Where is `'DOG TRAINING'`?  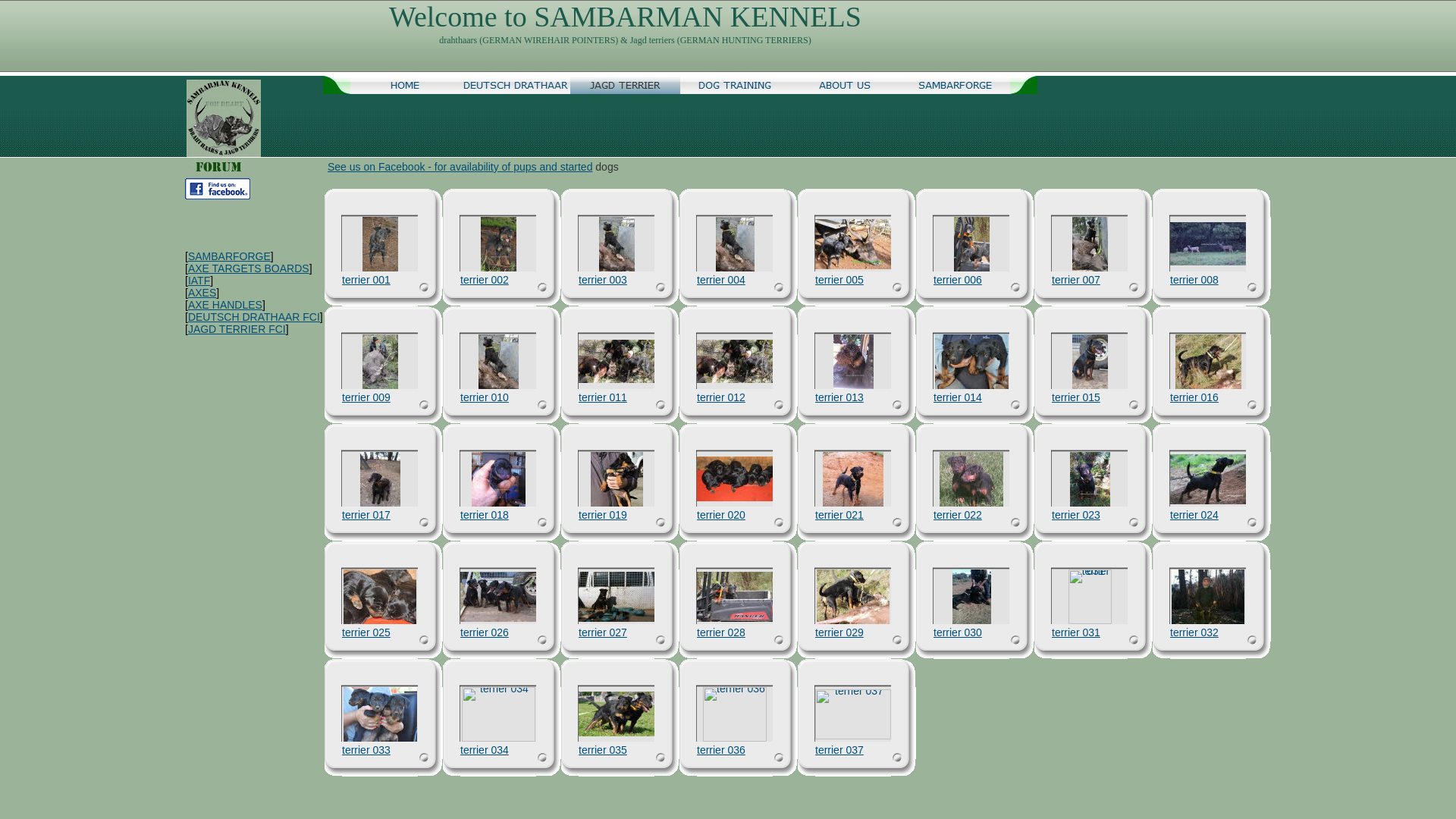
'DOG TRAINING' is located at coordinates (735, 84).